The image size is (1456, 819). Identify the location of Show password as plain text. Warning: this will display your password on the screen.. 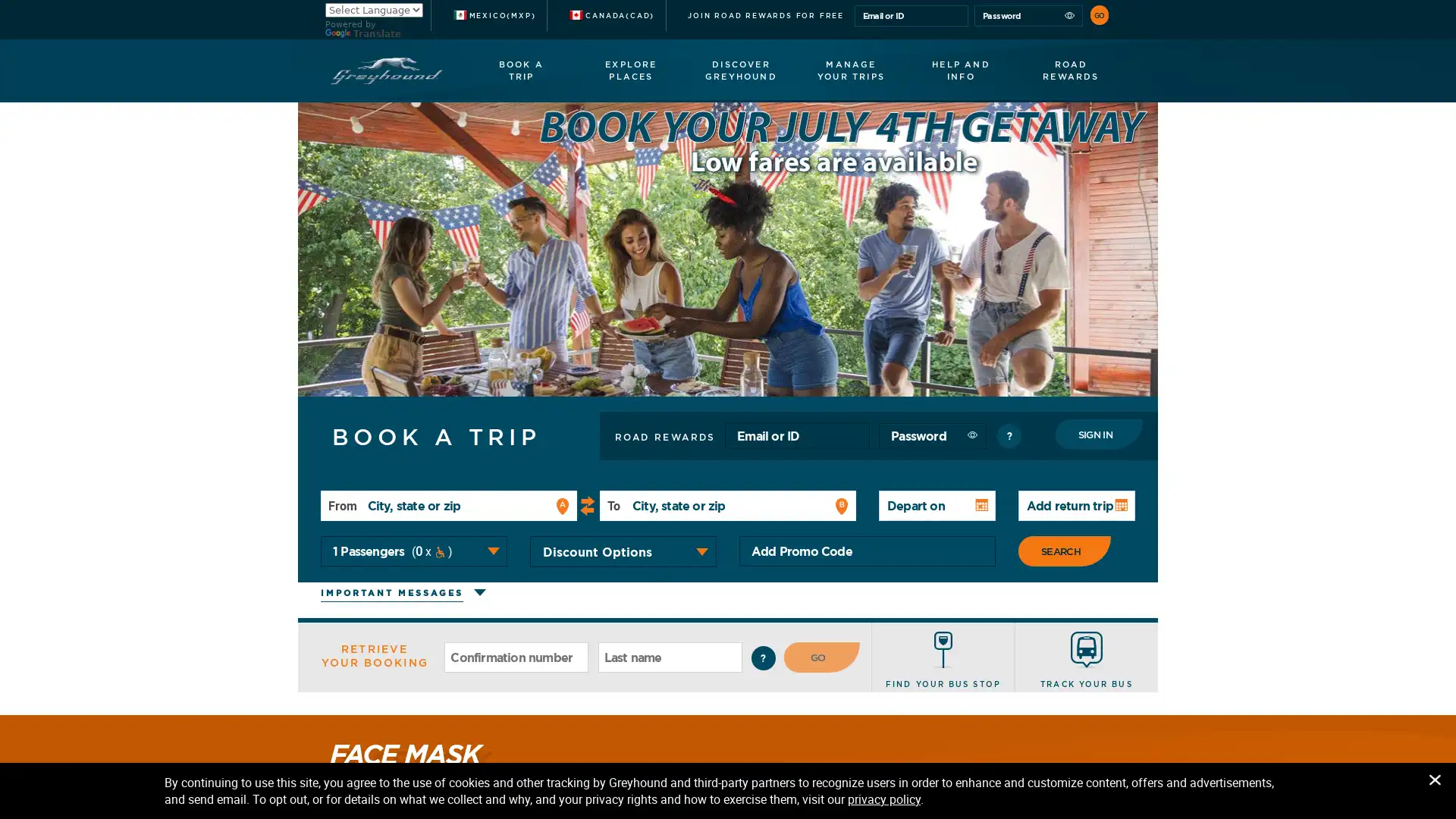
(971, 435).